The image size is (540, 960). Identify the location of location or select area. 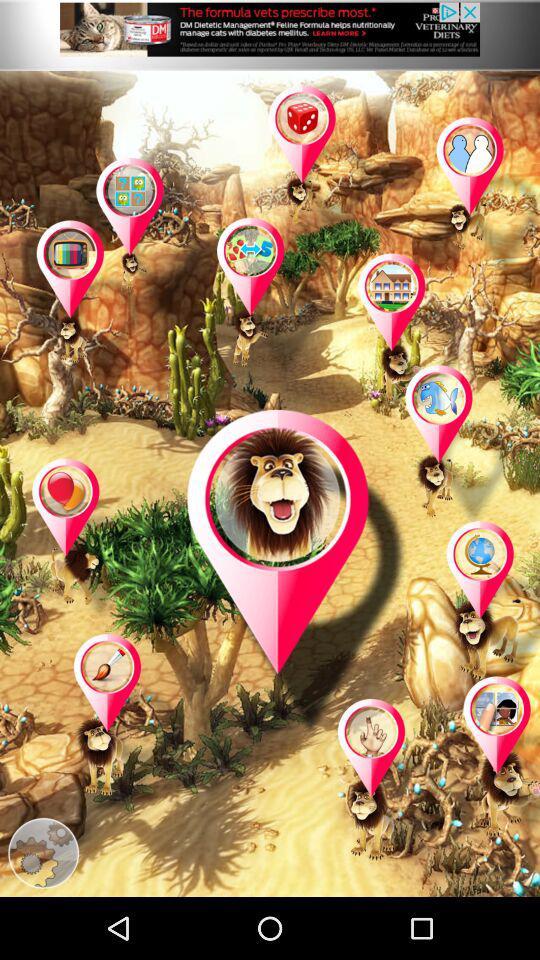
(270, 298).